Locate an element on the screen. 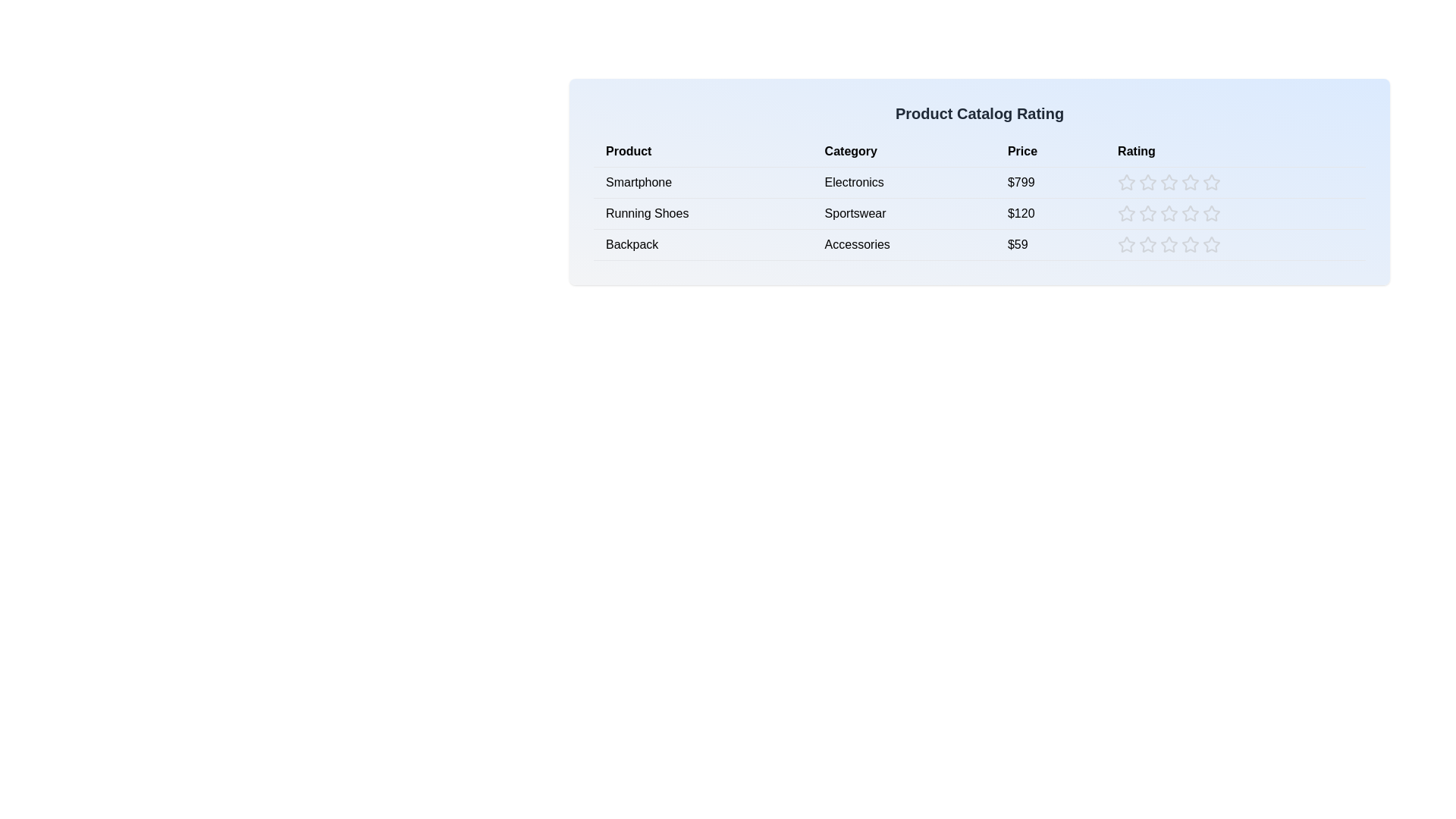 This screenshot has height=819, width=1456. the rating for a product to 4 stars is located at coordinates (1190, 181).